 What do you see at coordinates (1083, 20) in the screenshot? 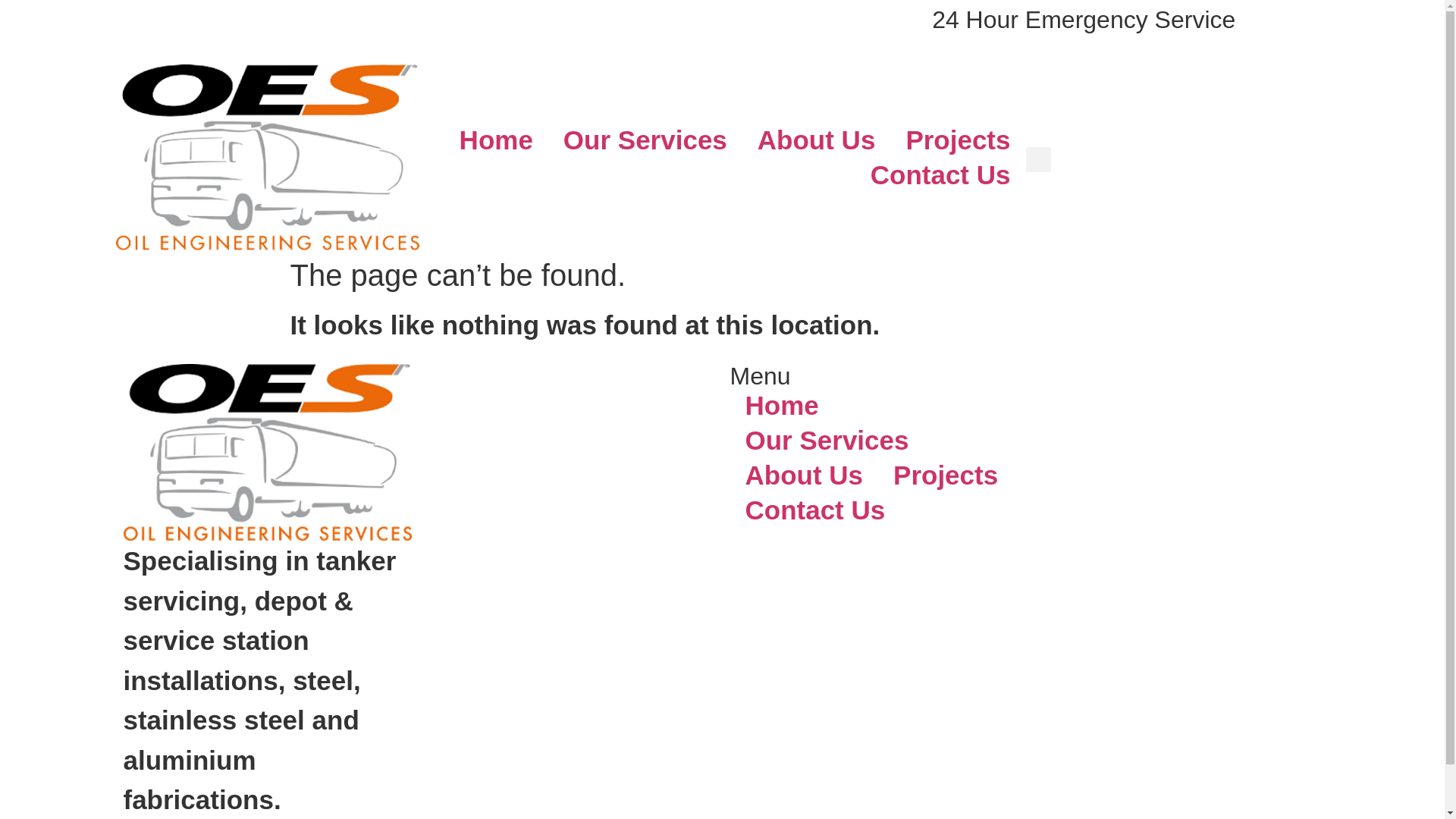
I see `'24 Hour Emergency Service'` at bounding box center [1083, 20].